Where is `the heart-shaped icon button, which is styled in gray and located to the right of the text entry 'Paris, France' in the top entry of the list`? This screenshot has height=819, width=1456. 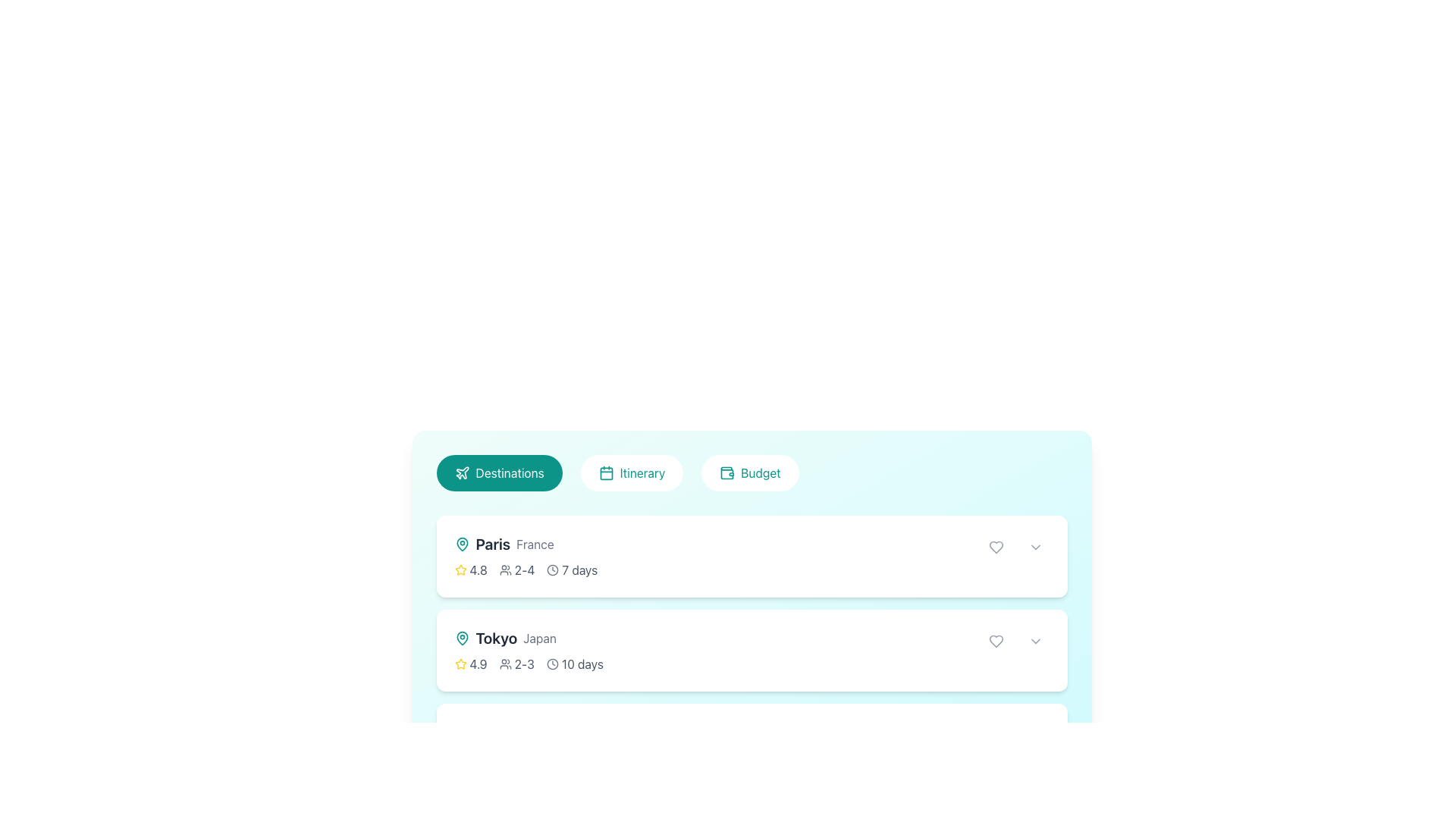
the heart-shaped icon button, which is styled in gray and located to the right of the text entry 'Paris, France' in the top entry of the list is located at coordinates (996, 547).